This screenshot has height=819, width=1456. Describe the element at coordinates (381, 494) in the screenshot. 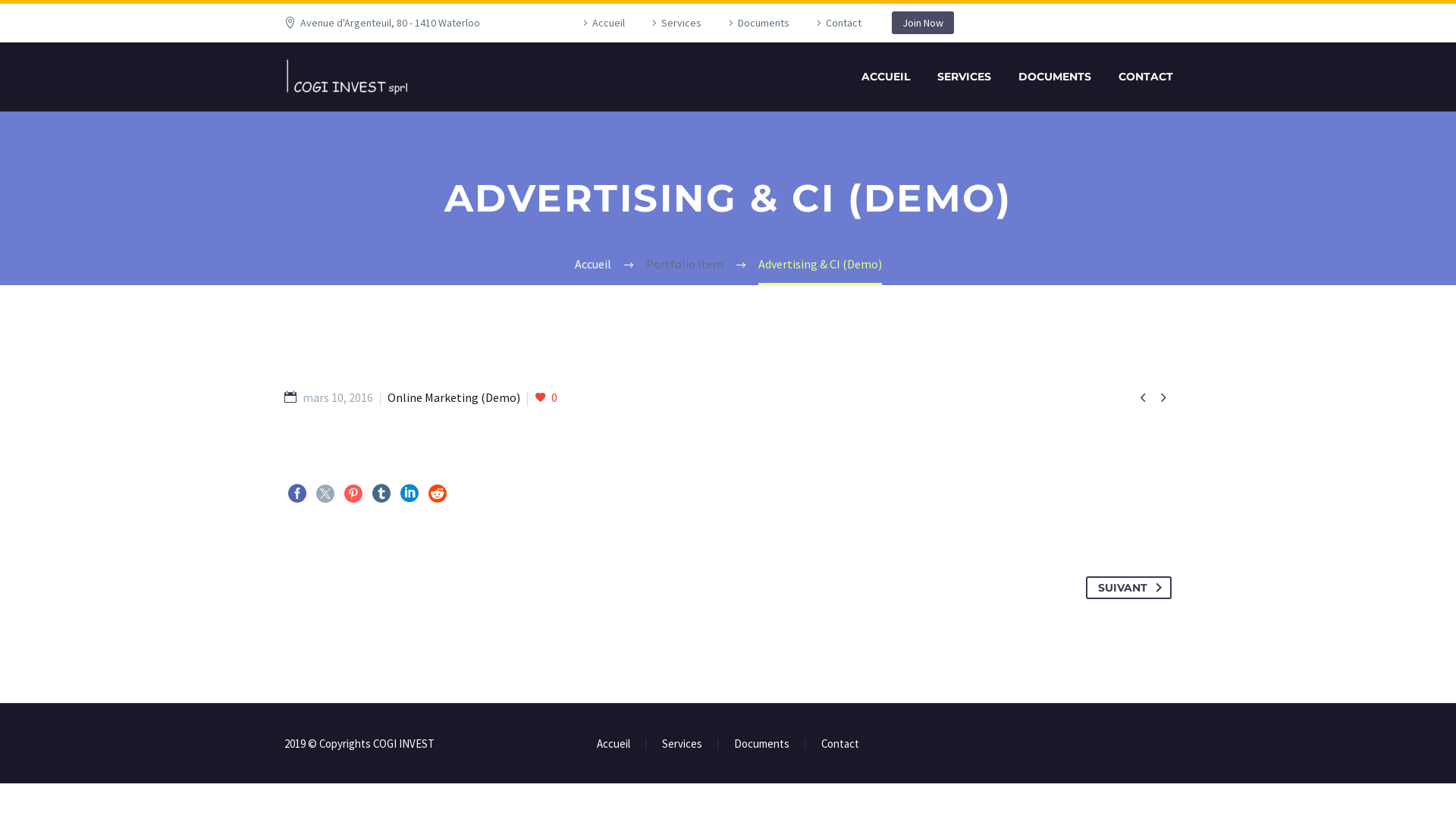

I see `'Tumblr'` at that location.